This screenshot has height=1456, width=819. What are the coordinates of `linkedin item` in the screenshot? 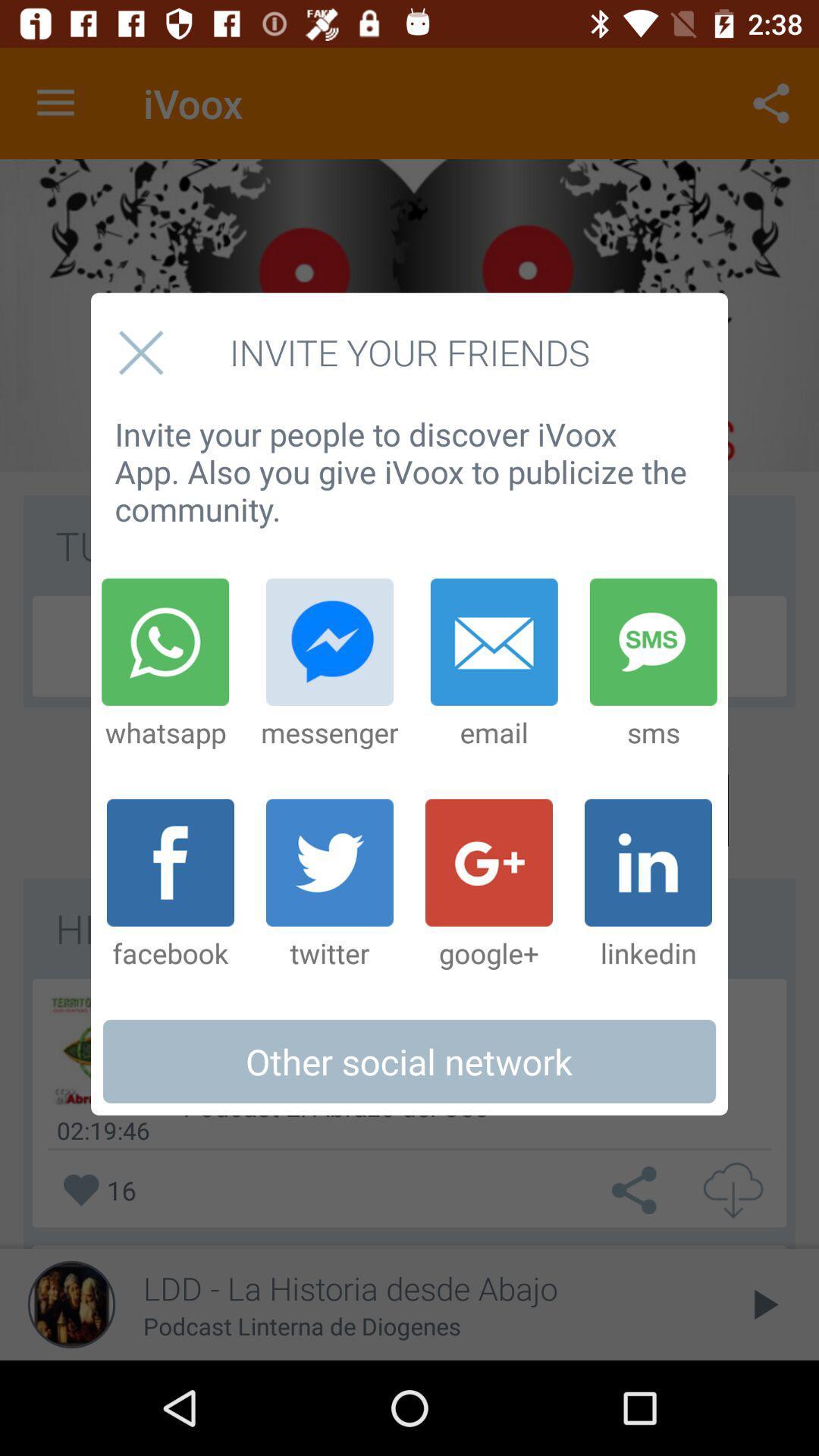 It's located at (648, 885).